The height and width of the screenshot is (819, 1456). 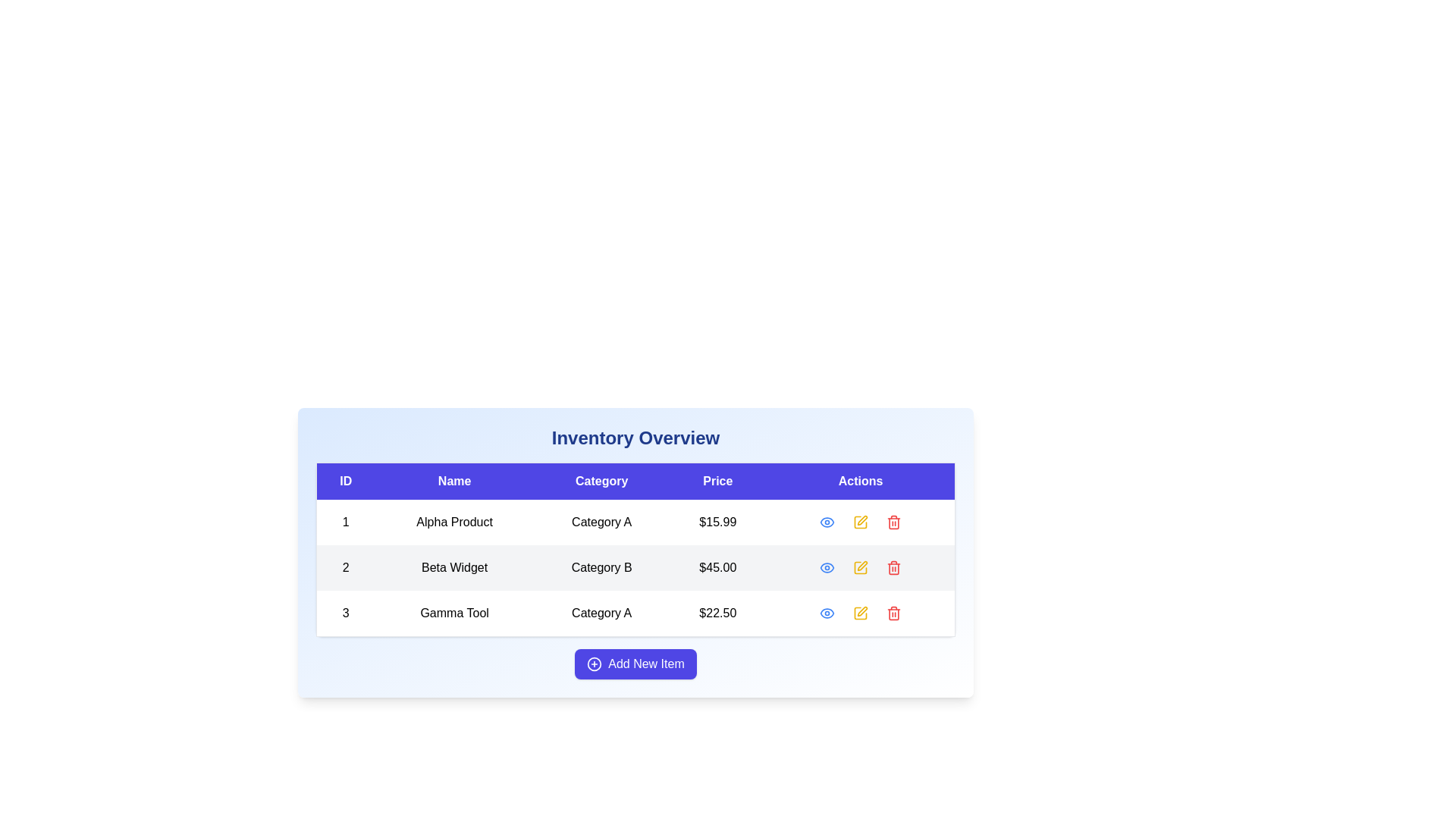 I want to click on the 'Add New Item' button with a dark indigo background and white rounded text, located in the 'Inventory Overview' panel, to initiate the add item process, so click(x=635, y=663).